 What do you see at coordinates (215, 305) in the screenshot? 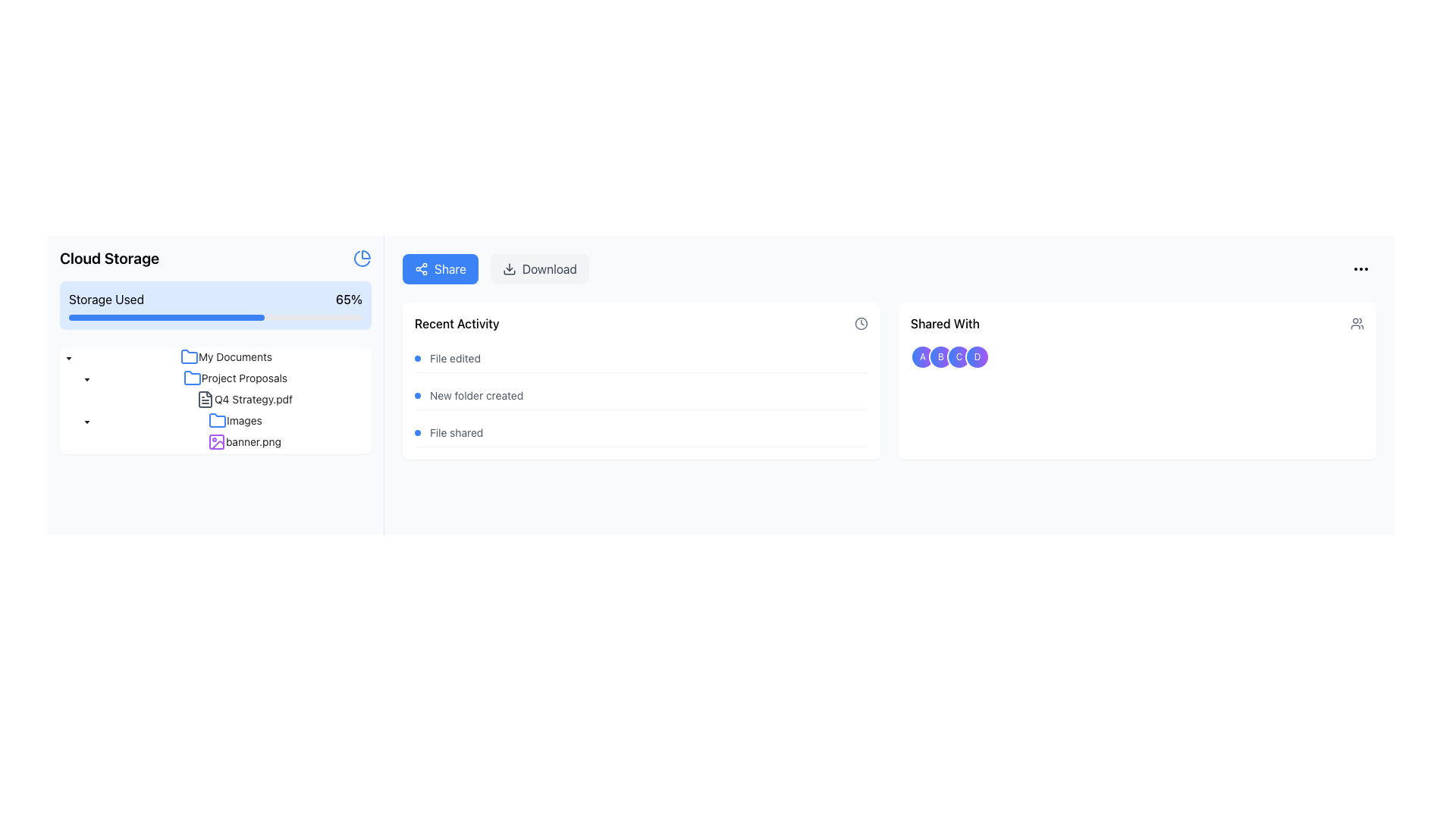
I see `storage information from the progress indicator located below the 'Cloud Storage' title, centered in the leftmost column of the interface, above the list of file folders` at bounding box center [215, 305].